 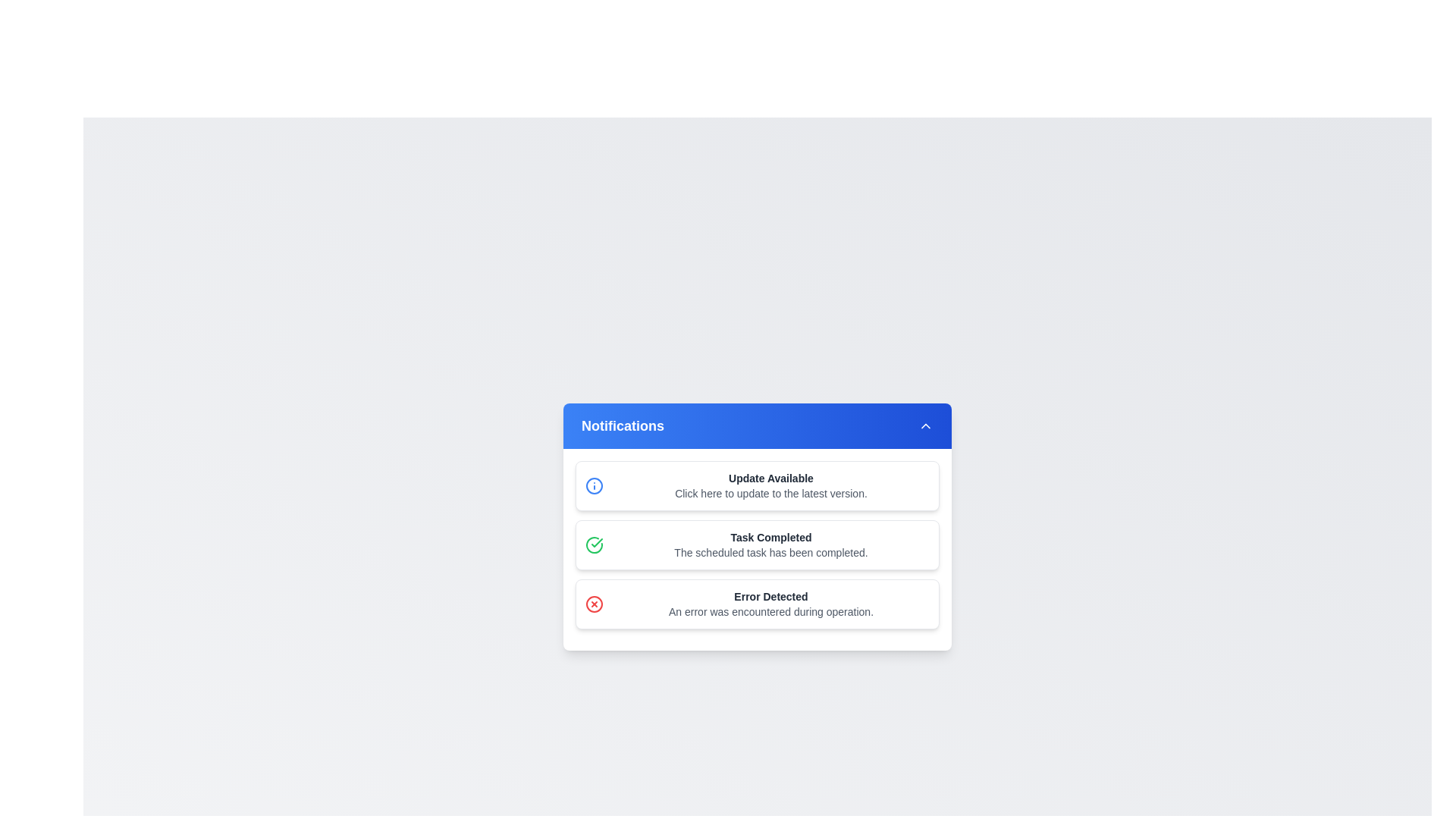 I want to click on the notification item titled 'Task Completed' which is the second notification in the list, containing a green checkmark icon and a description about task completion, so click(x=757, y=526).